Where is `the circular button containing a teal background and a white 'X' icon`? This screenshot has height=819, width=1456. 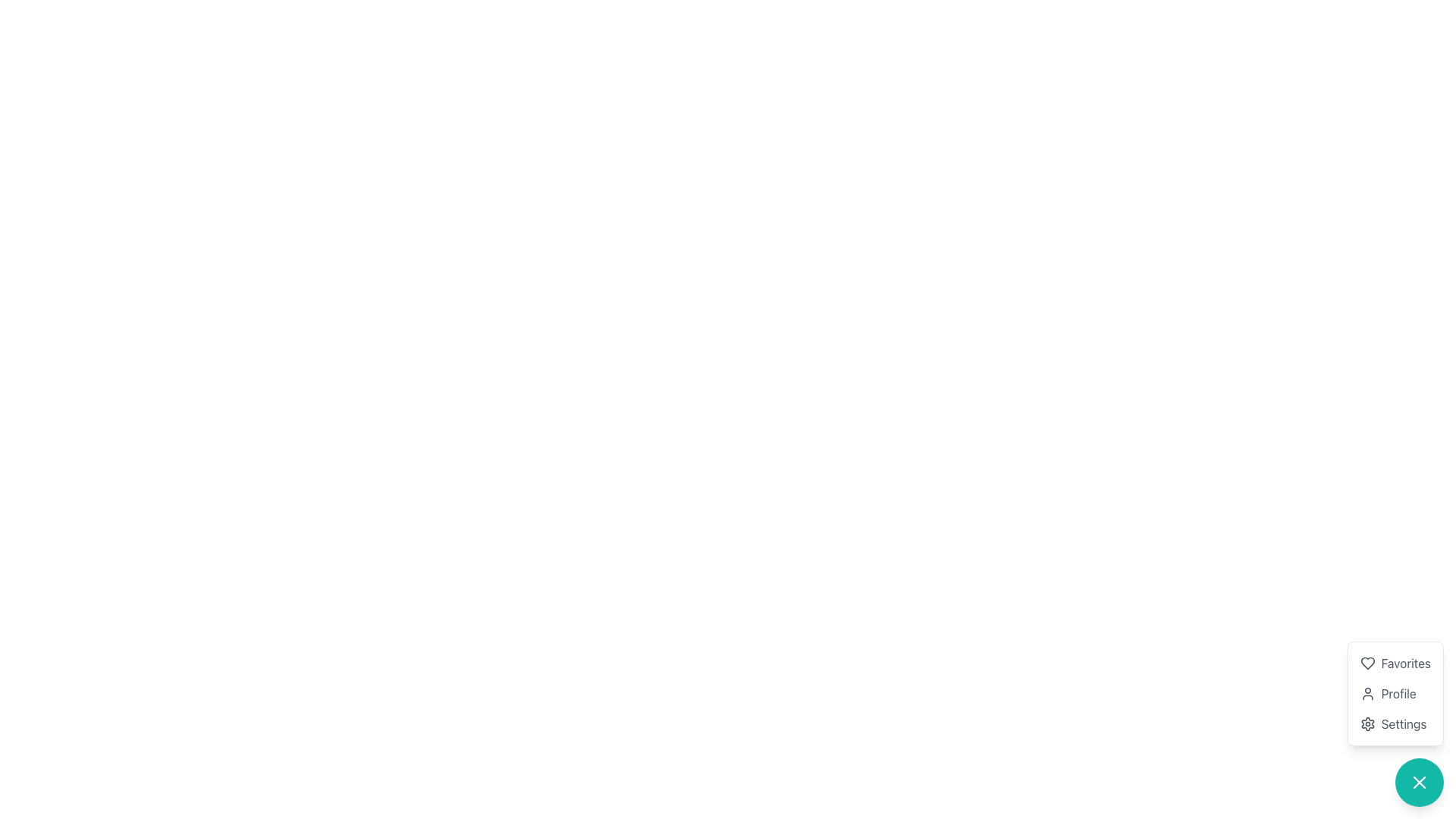
the circular button containing a teal background and a white 'X' icon is located at coordinates (1419, 783).